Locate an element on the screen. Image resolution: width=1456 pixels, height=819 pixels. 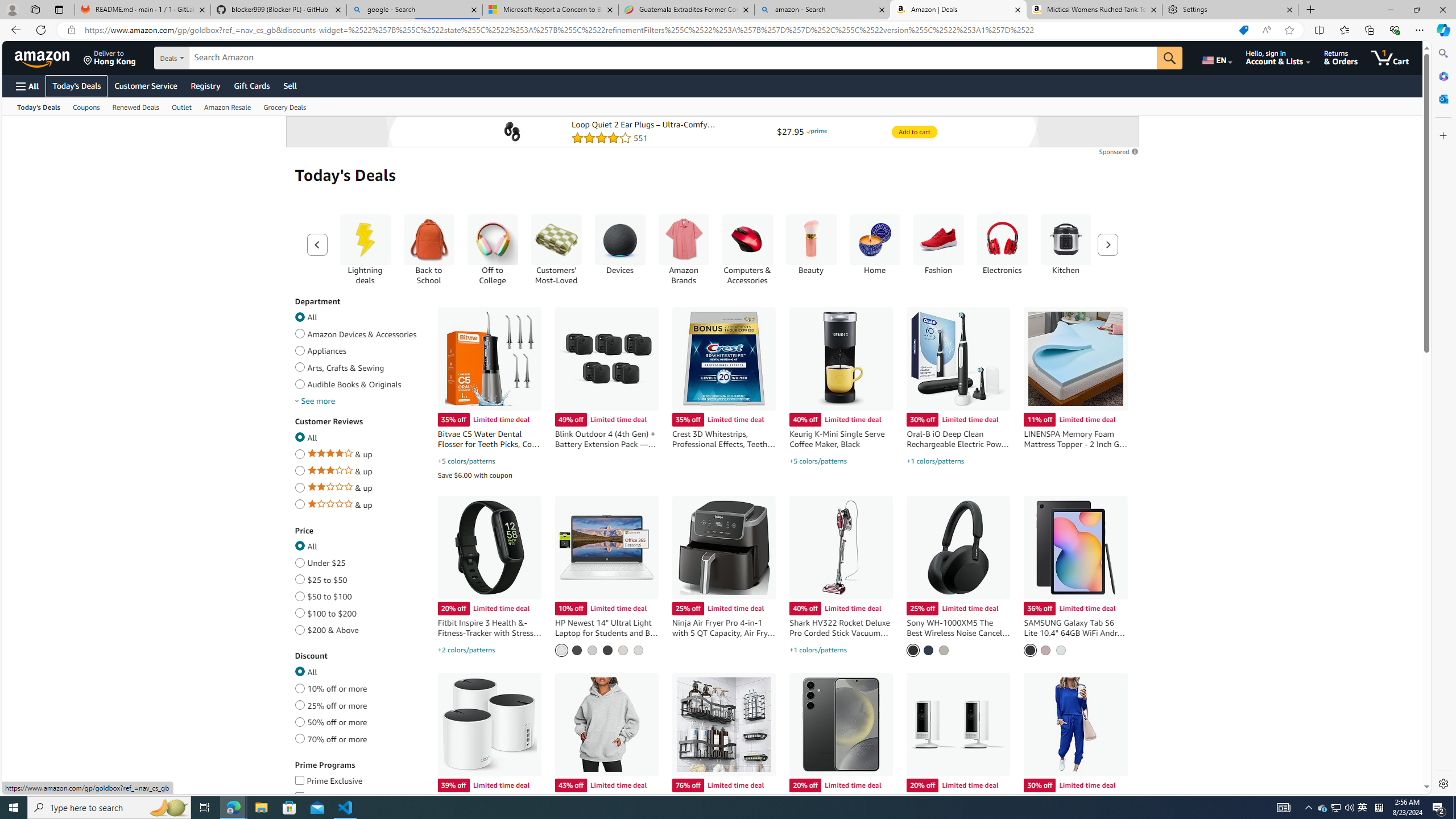
'Beauty' is located at coordinates (810, 239).